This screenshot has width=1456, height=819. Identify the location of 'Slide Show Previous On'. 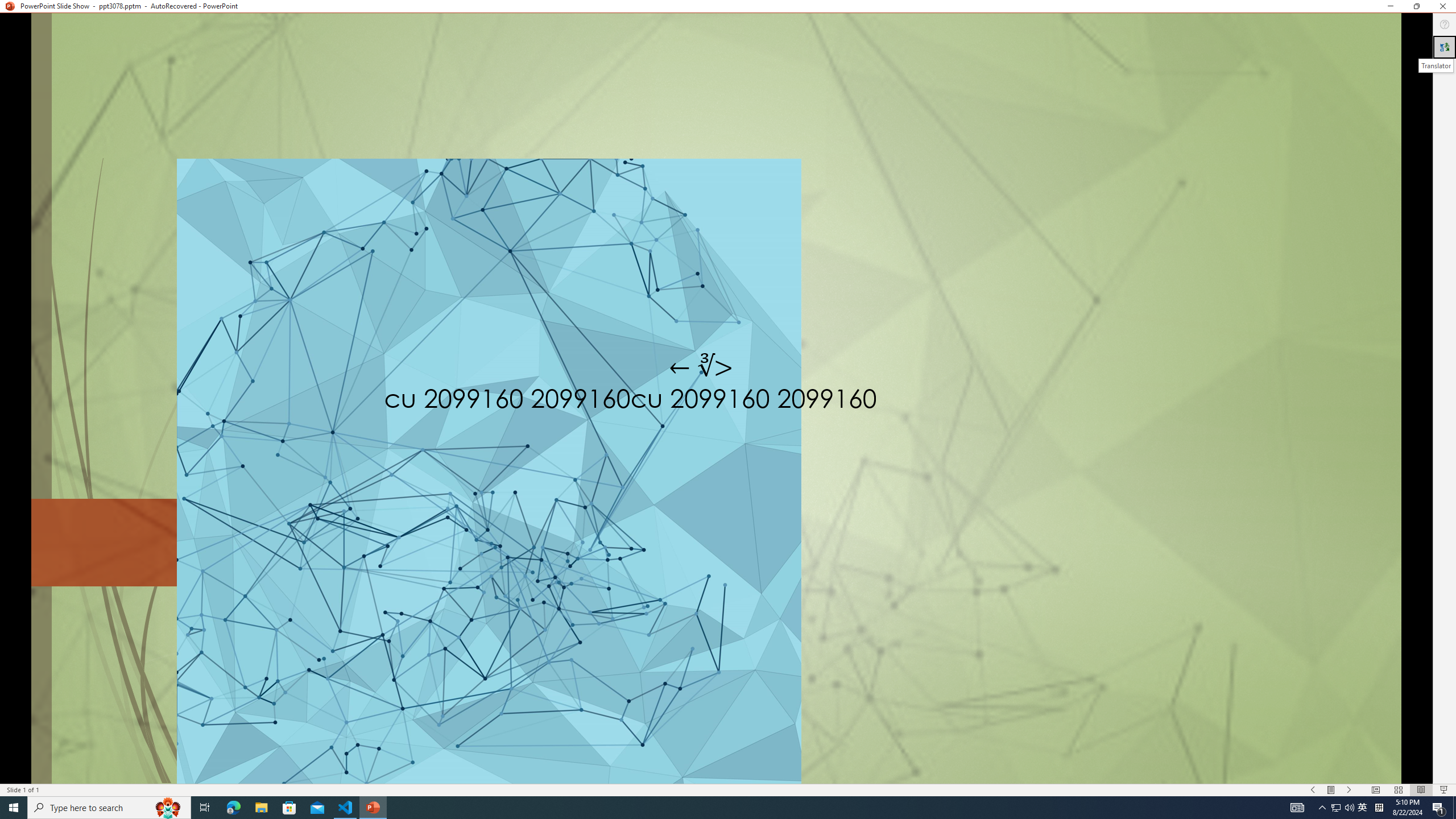
(1313, 790).